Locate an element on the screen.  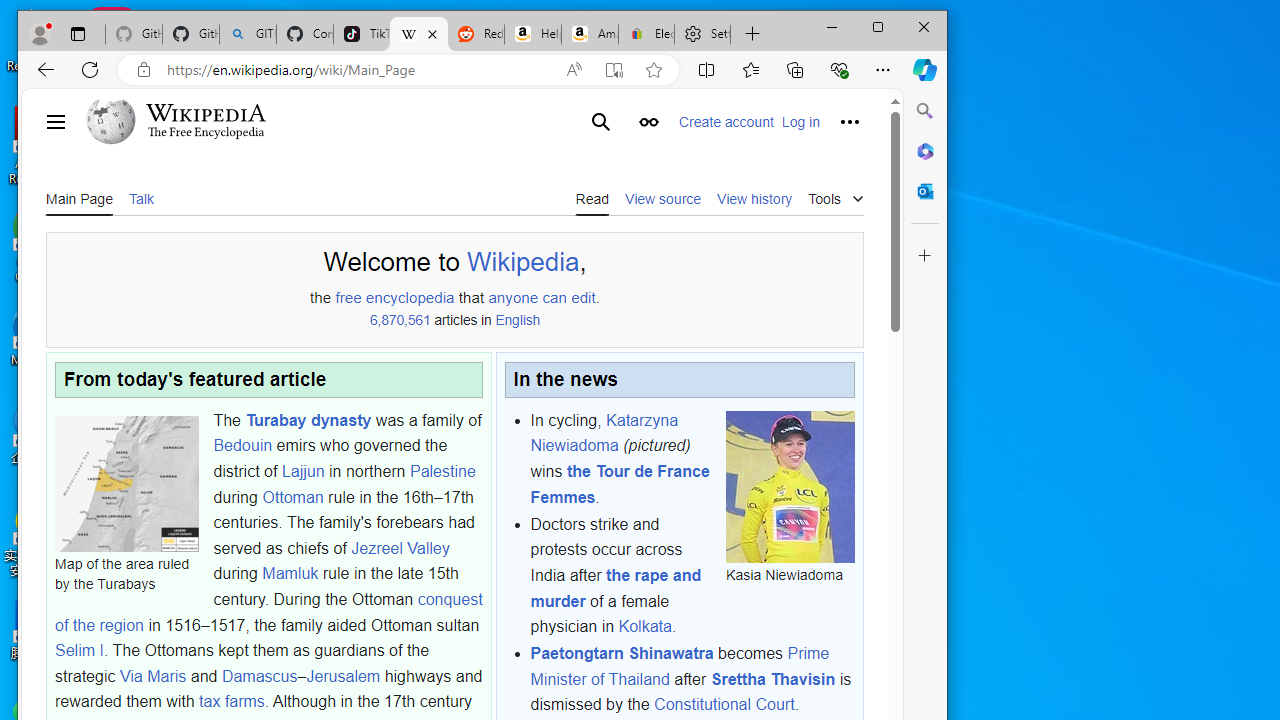
'Jerusalem' is located at coordinates (343, 675).